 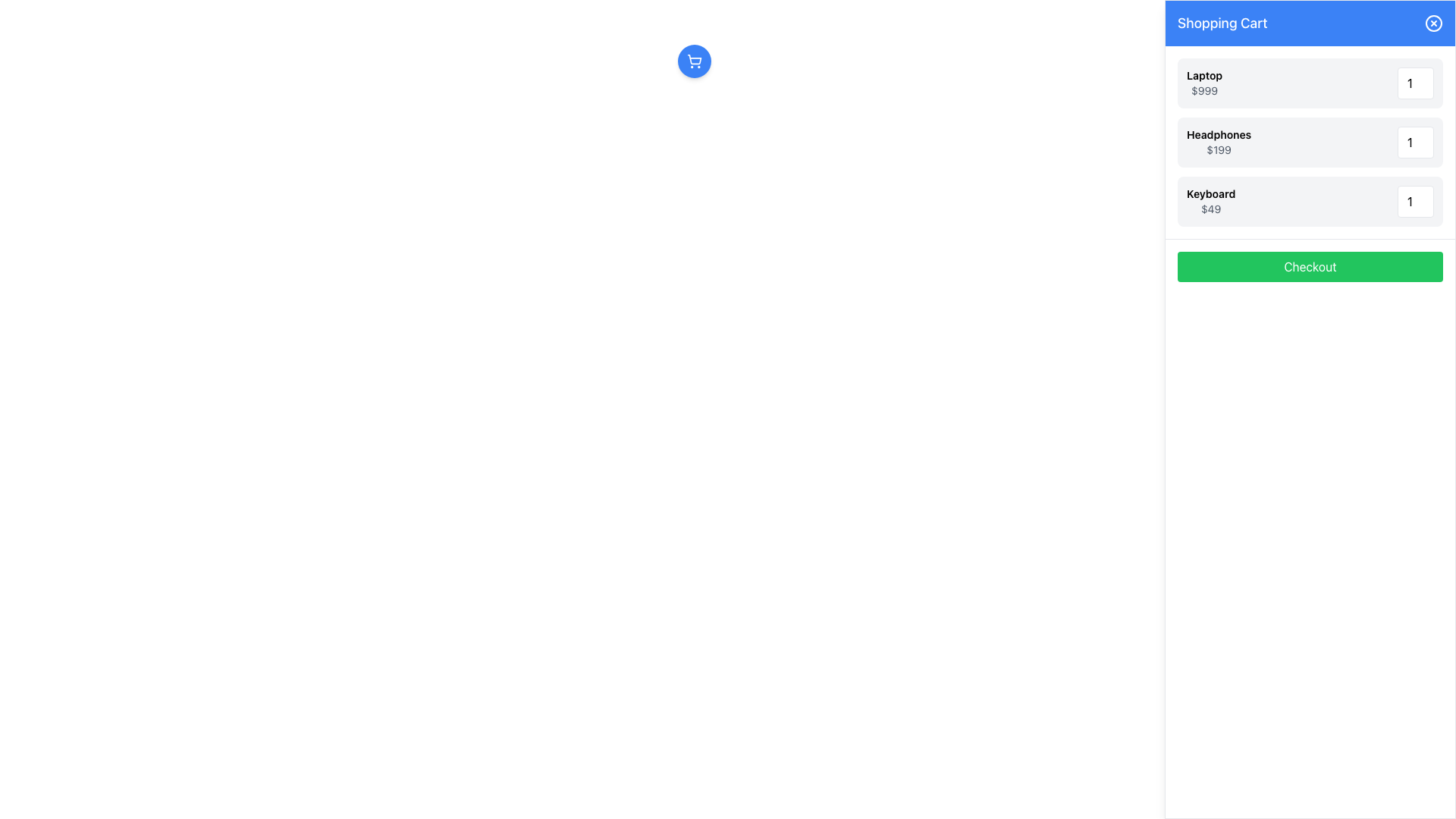 I want to click on the input box on the 'Laptop' item in the 'Shopping Cart' section, so click(x=1310, y=83).